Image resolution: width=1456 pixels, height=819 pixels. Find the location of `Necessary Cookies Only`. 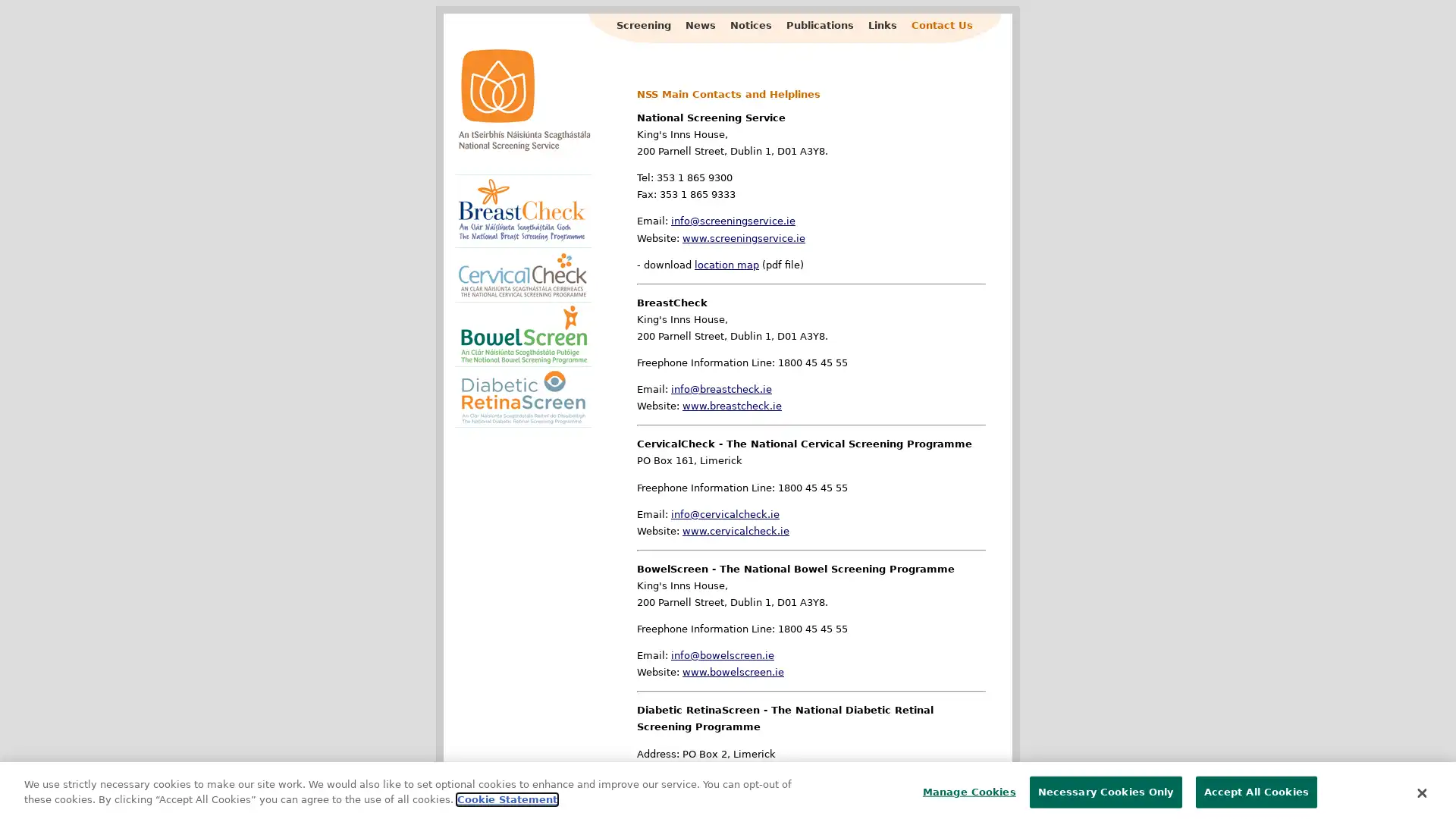

Necessary Cookies Only is located at coordinates (1105, 786).